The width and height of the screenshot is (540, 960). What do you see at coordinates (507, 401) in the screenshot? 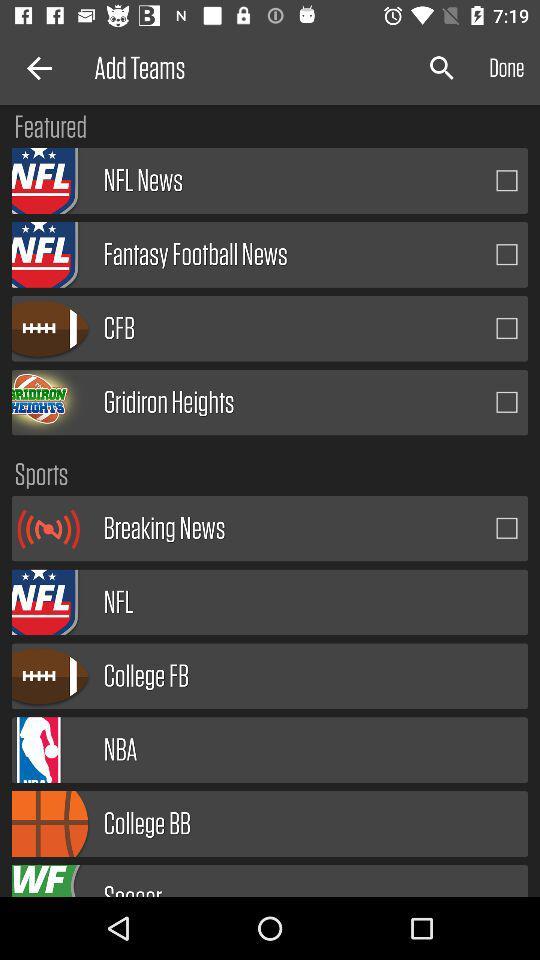
I see `item` at bounding box center [507, 401].